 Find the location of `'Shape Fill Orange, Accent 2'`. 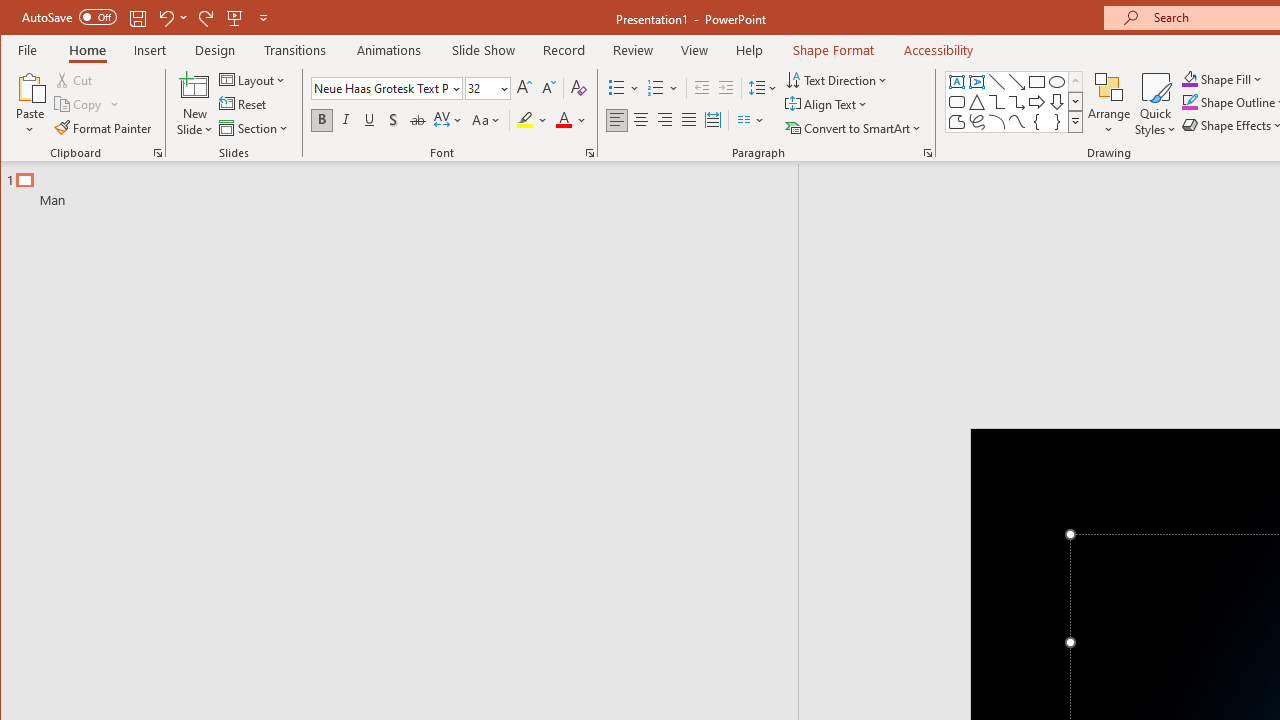

'Shape Fill Orange, Accent 2' is located at coordinates (1189, 78).